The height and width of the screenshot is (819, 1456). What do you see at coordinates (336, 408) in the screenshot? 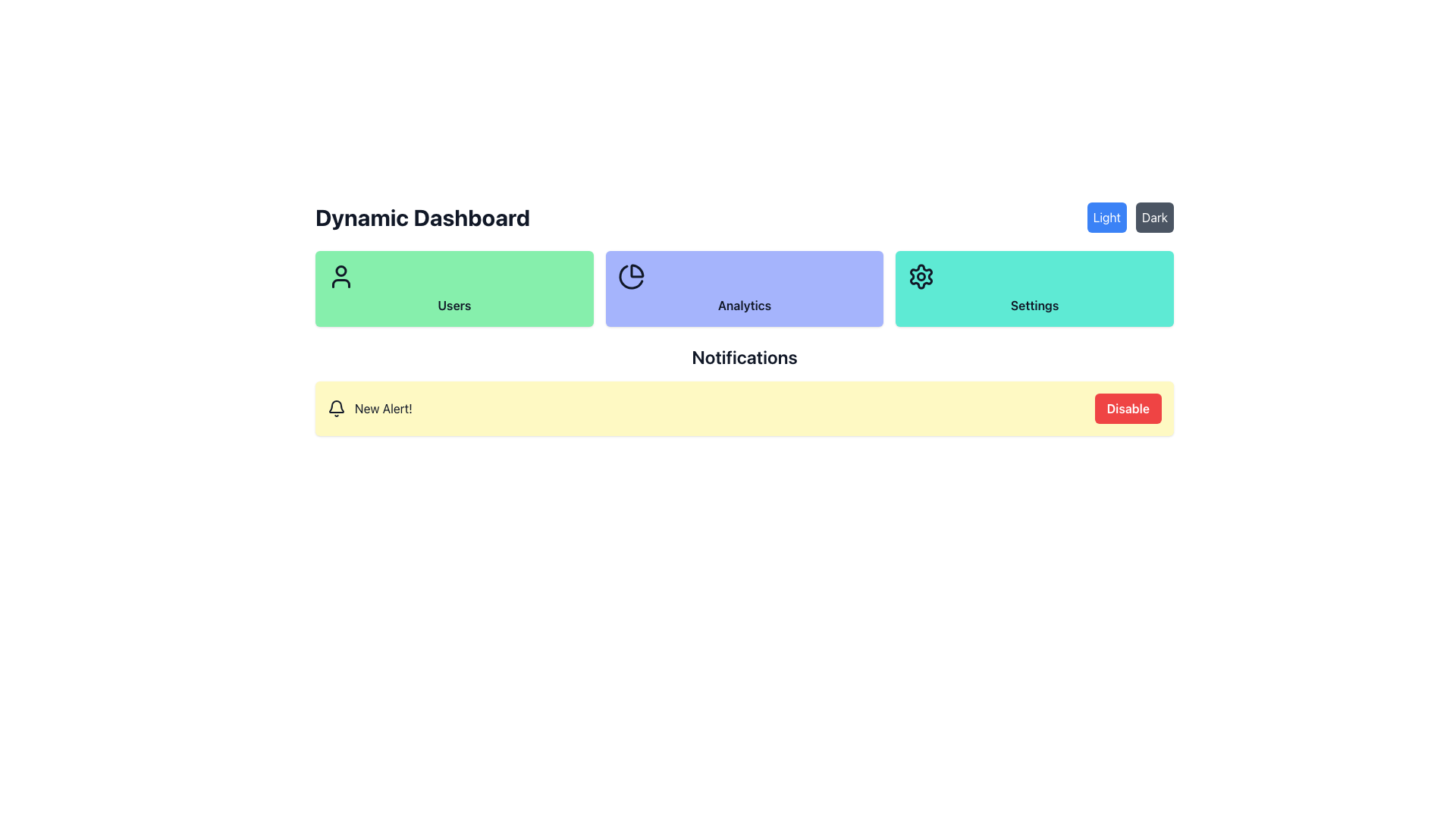
I see `the bell-shaped icon located in the yellow alert section adjacent to the 'New Alert!' text` at bounding box center [336, 408].